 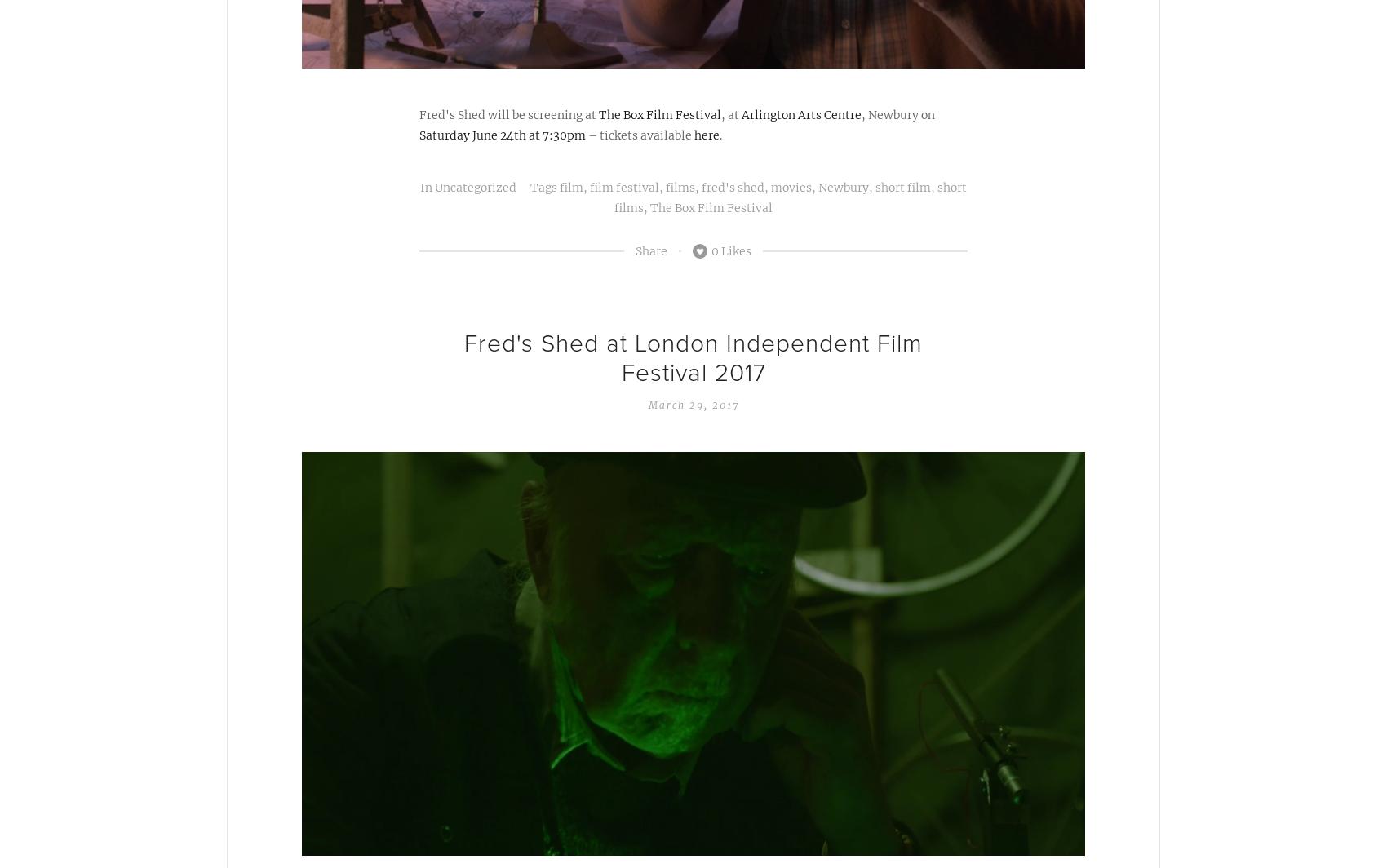 What do you see at coordinates (720, 135) in the screenshot?
I see `'.'` at bounding box center [720, 135].